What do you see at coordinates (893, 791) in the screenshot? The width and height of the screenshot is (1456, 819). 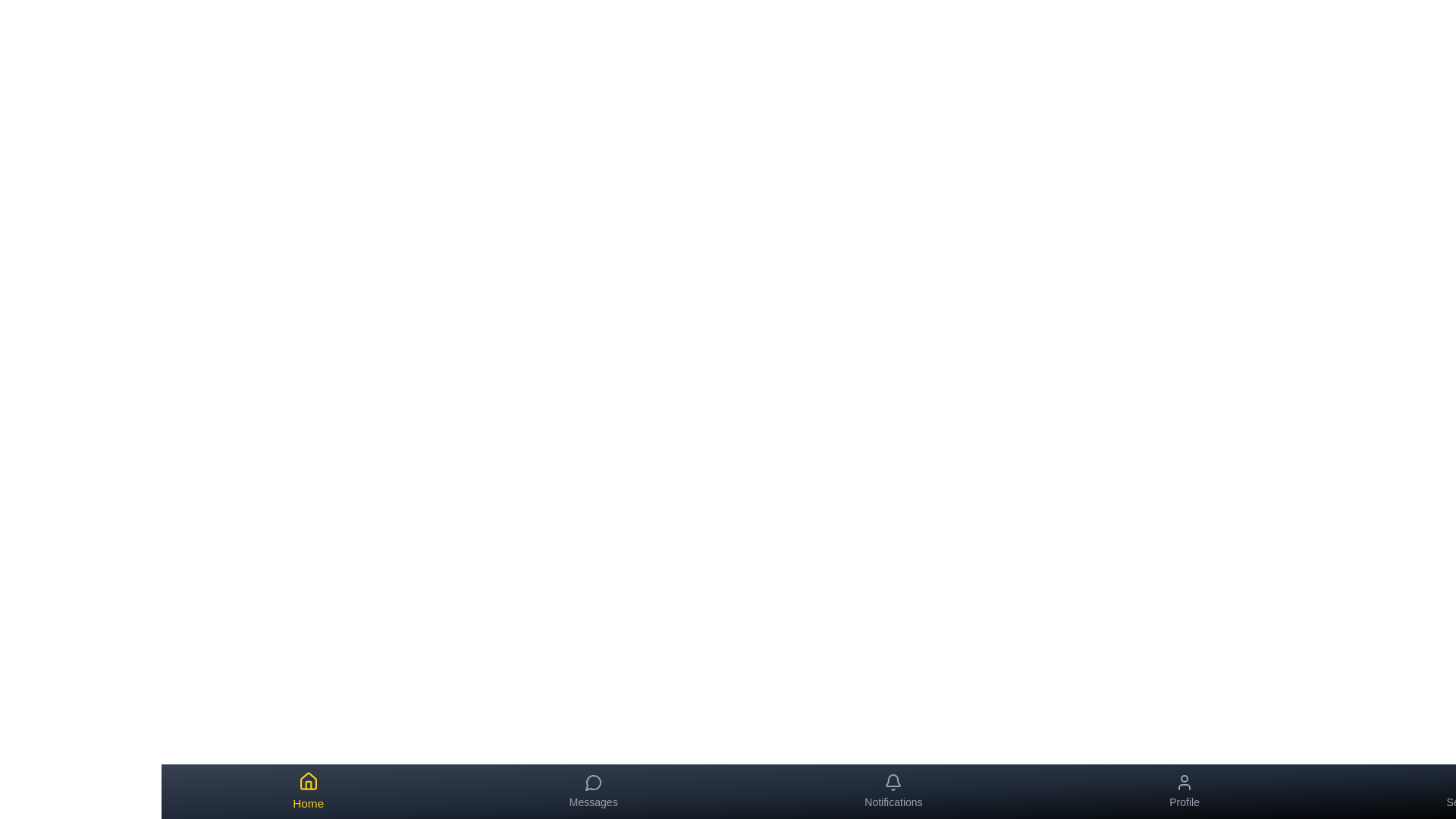 I see `the tab labeled Notifications to view its hover effect` at bounding box center [893, 791].